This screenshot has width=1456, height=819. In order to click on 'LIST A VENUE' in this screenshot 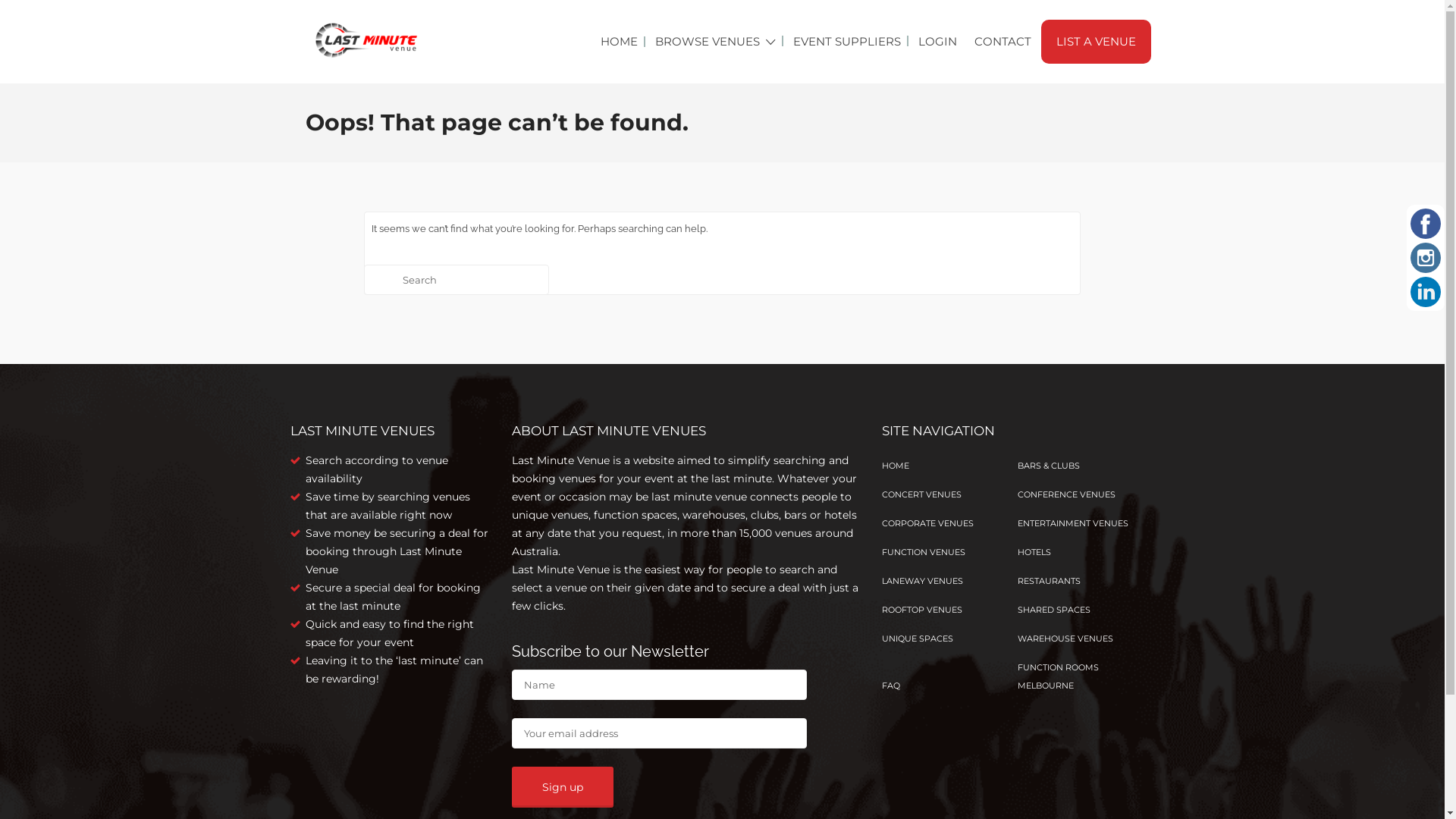, I will do `click(1095, 40)`.